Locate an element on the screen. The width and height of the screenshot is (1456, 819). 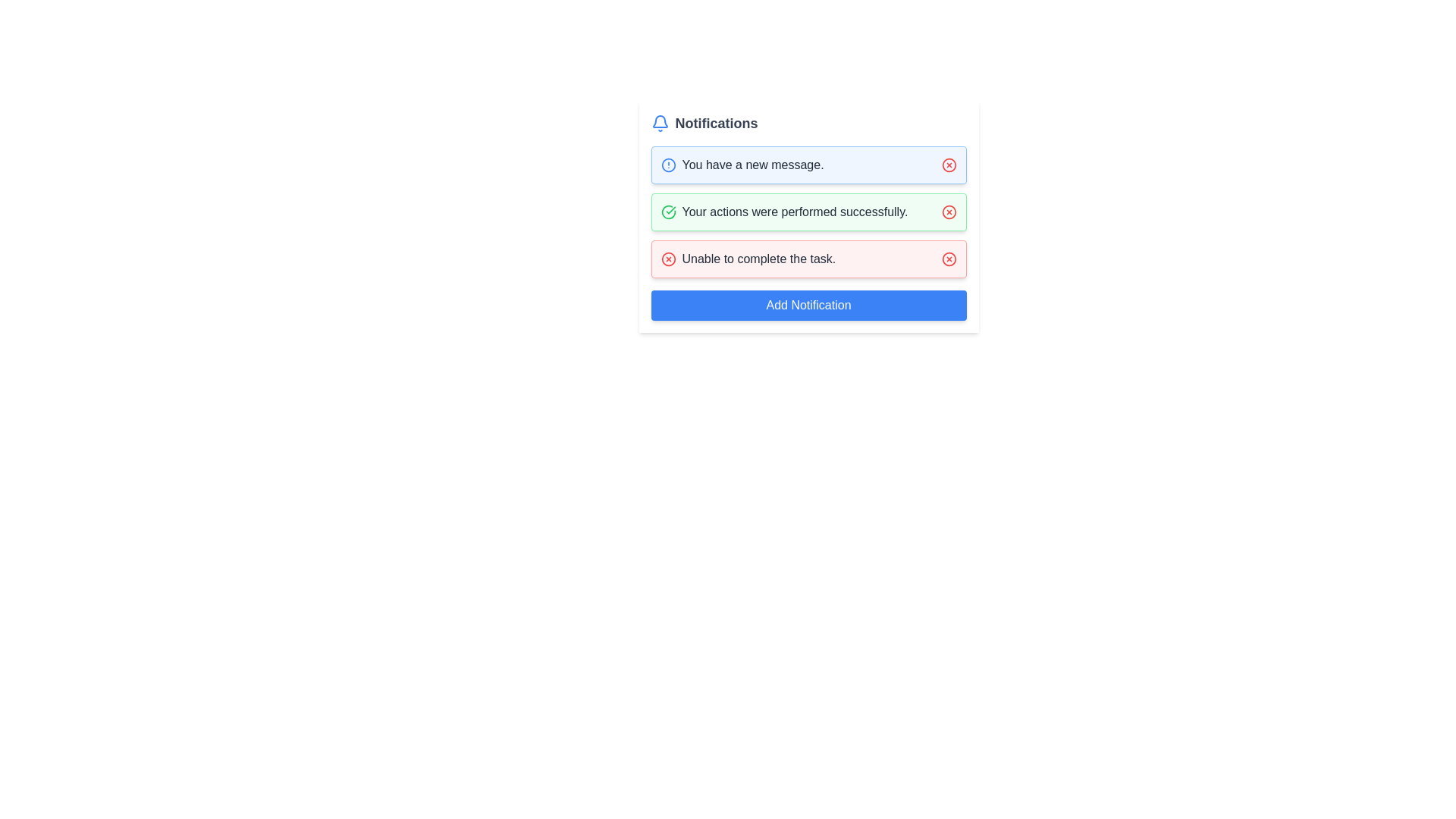
the success message displayed in the notification banner with a green background, featuring a green check icon and the text 'Your actions were performed successfully' is located at coordinates (808, 212).